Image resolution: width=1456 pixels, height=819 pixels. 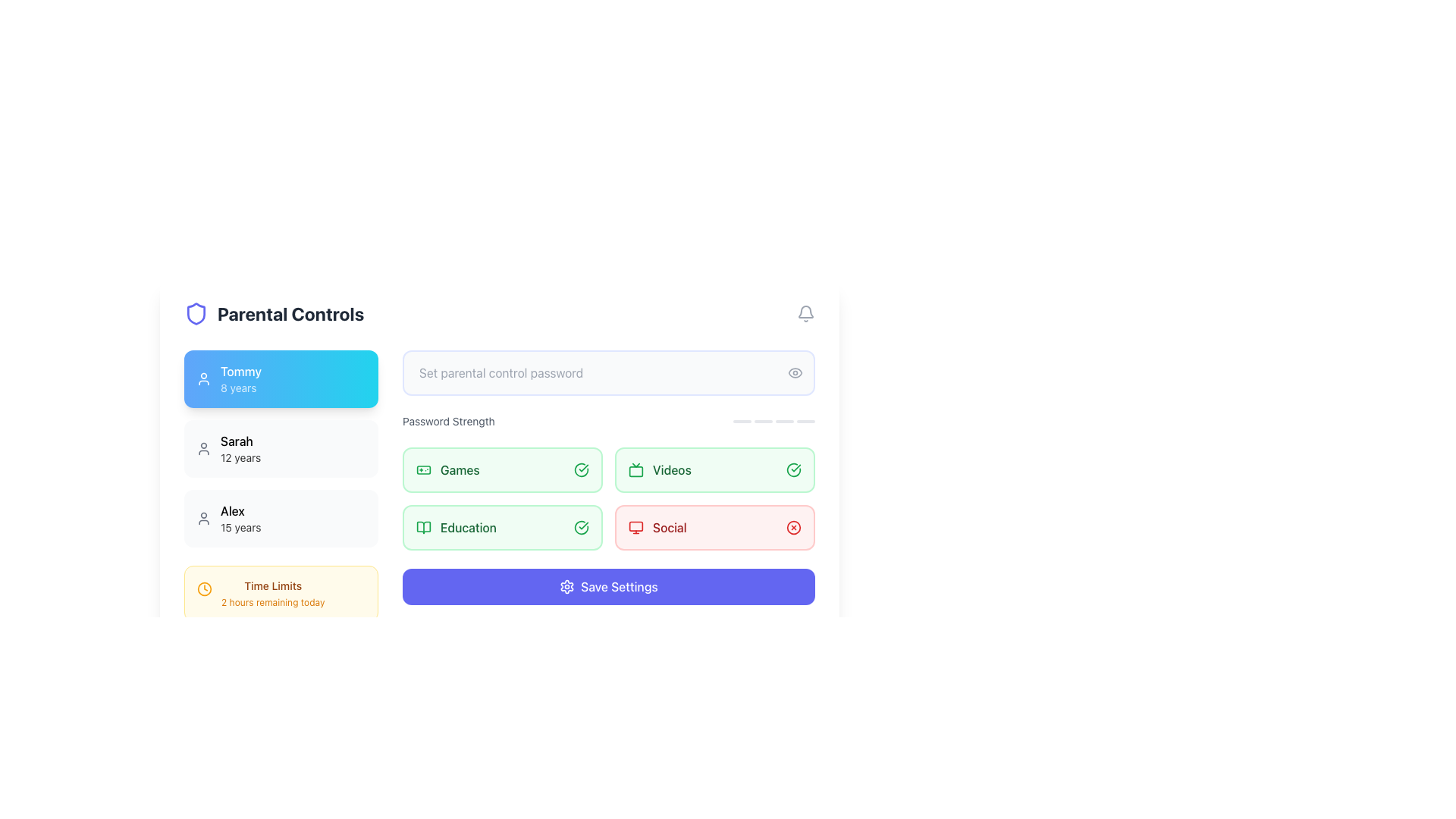 I want to click on the 'Videos' category selector in the upper-right quadrant of the interface, so click(x=714, y=469).